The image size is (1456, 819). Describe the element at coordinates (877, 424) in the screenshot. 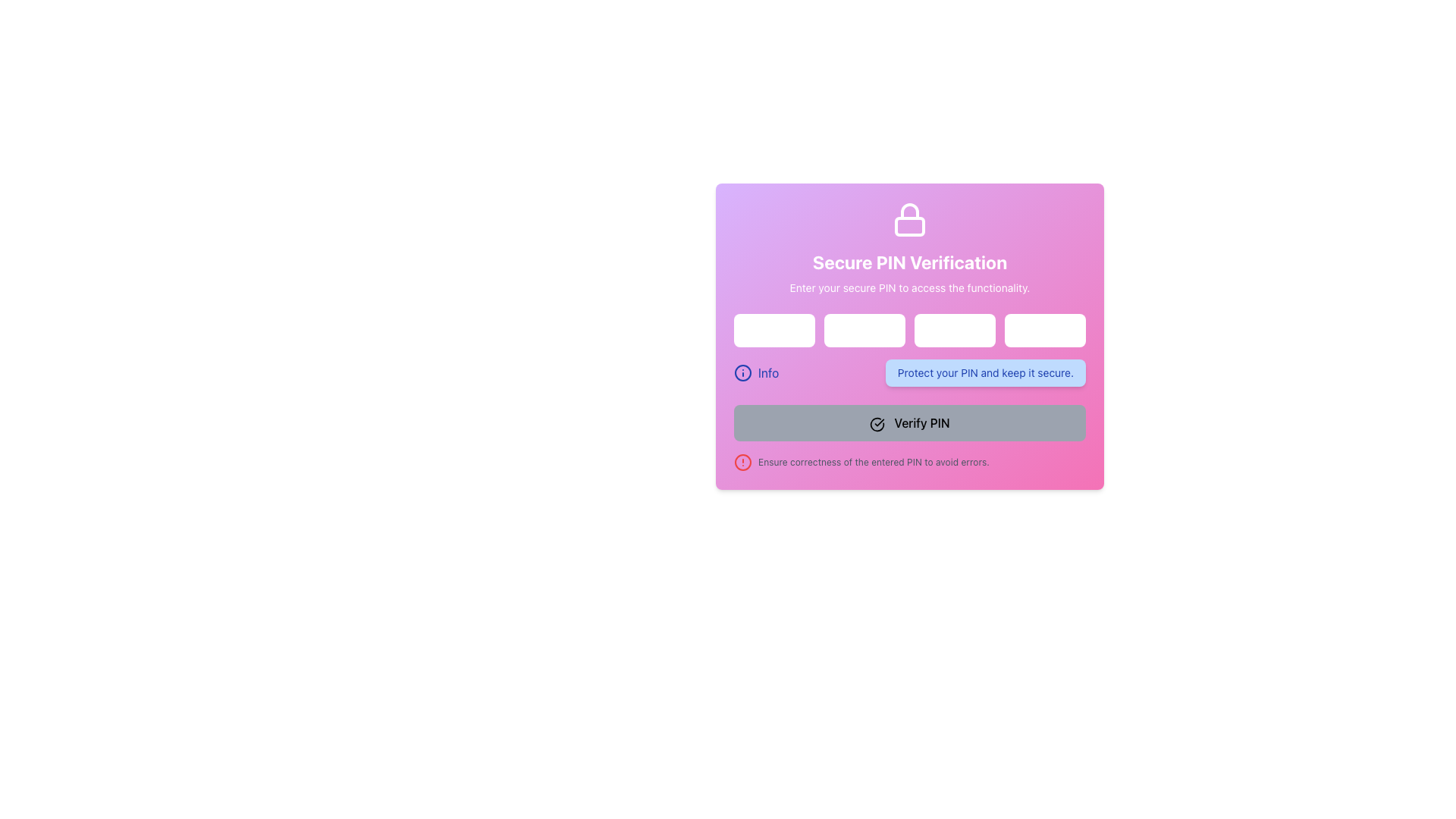

I see `the leftmost circular decorative component of the graphical icon that is part of the 'Verify PIN' button` at that location.